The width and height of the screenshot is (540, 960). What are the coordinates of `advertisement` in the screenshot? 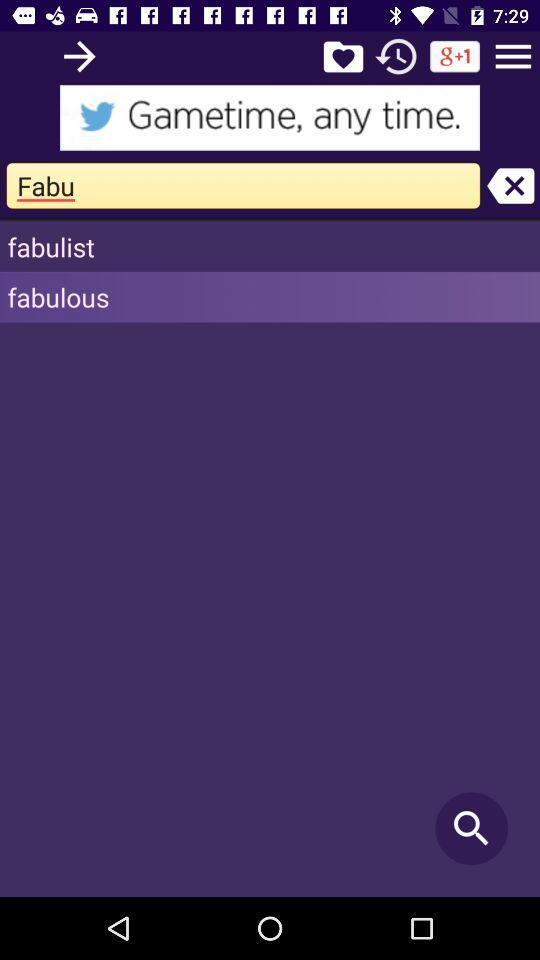 It's located at (270, 117).